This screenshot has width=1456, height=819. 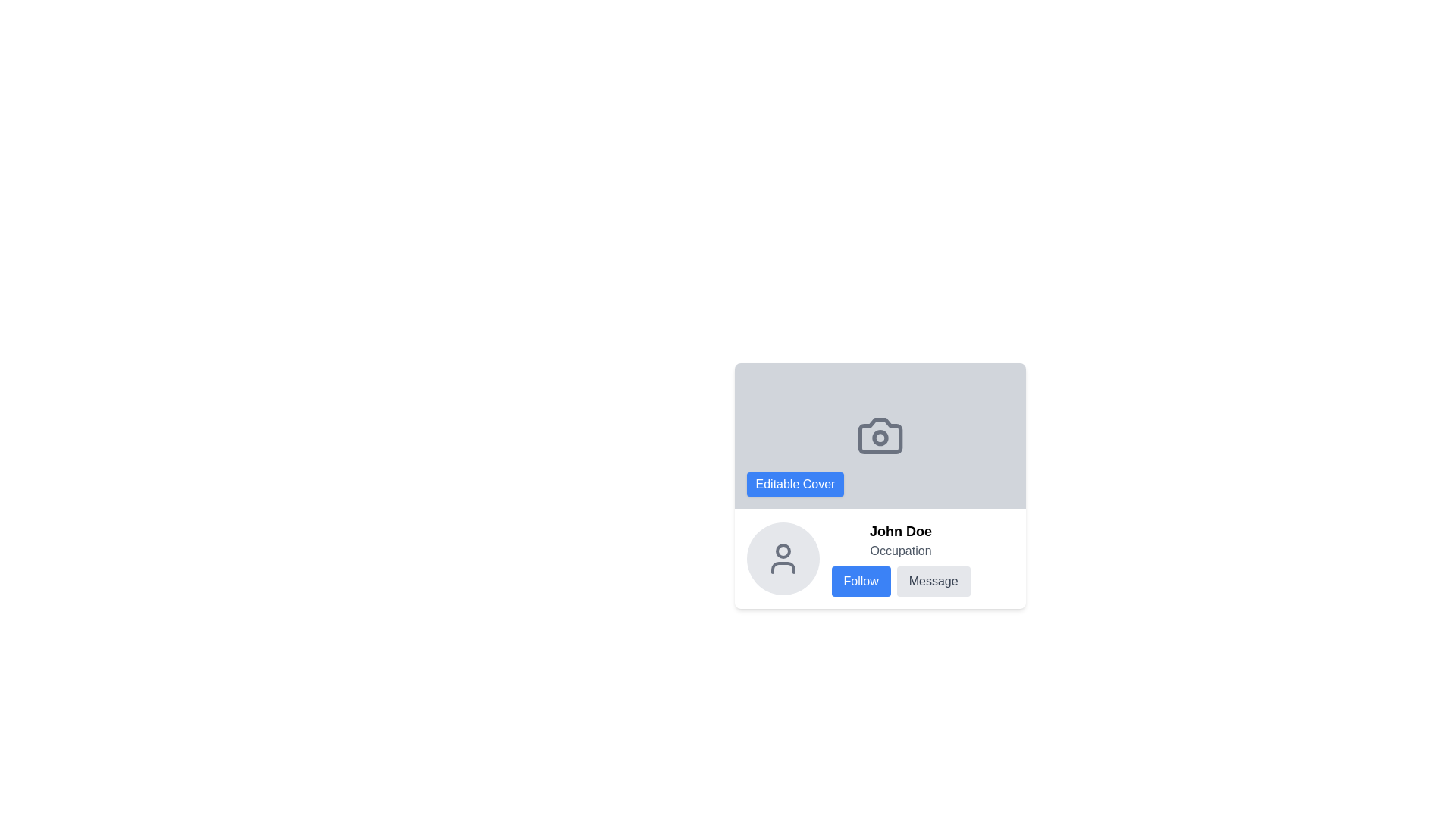 What do you see at coordinates (861, 581) in the screenshot?
I see `the 'Follow' button located below the name and occupation details in the profile section` at bounding box center [861, 581].